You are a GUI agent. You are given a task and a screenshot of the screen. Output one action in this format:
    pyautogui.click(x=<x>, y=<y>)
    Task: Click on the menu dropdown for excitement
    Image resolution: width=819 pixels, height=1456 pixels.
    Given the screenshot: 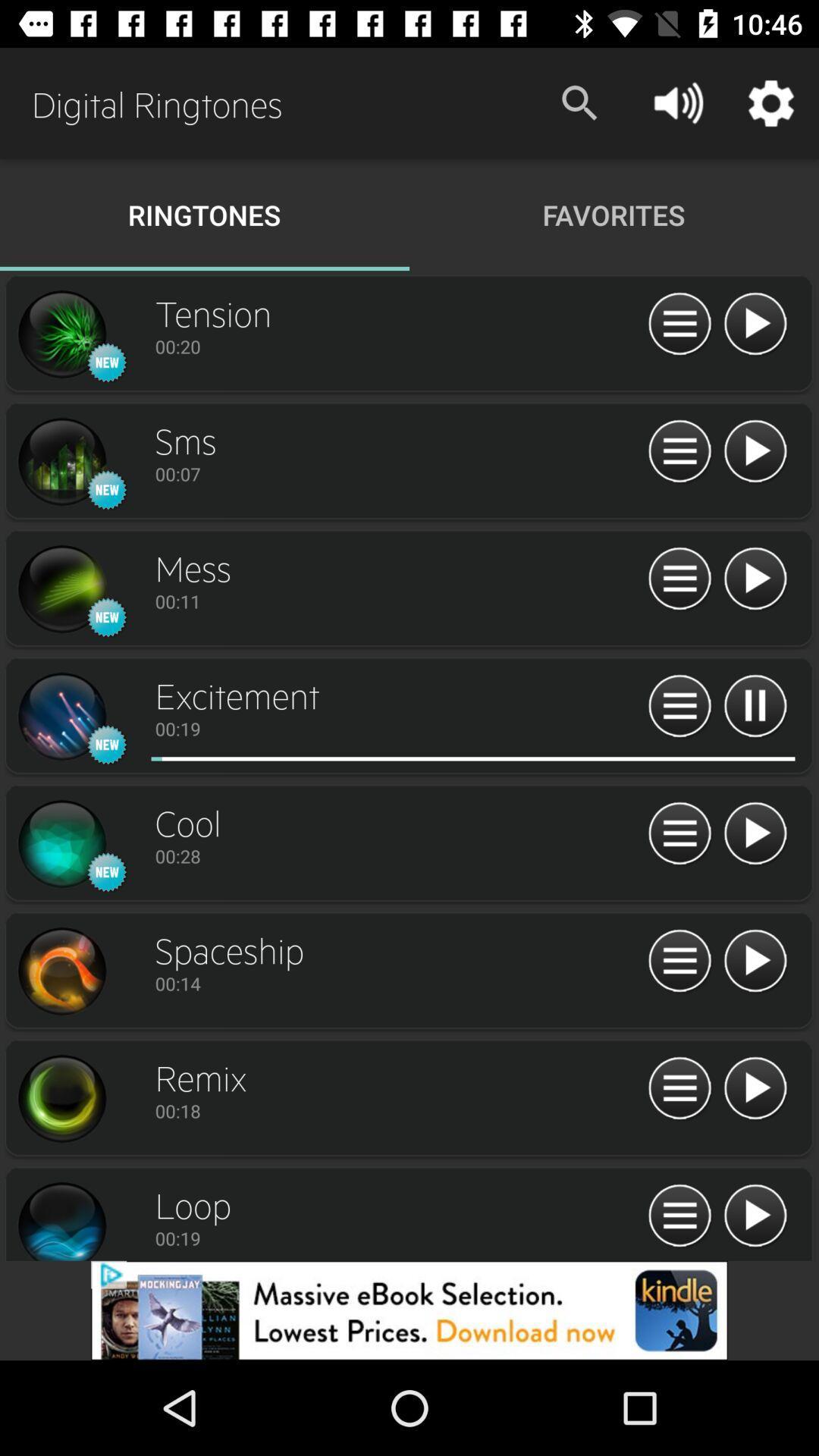 What is the action you would take?
    pyautogui.click(x=679, y=706)
    